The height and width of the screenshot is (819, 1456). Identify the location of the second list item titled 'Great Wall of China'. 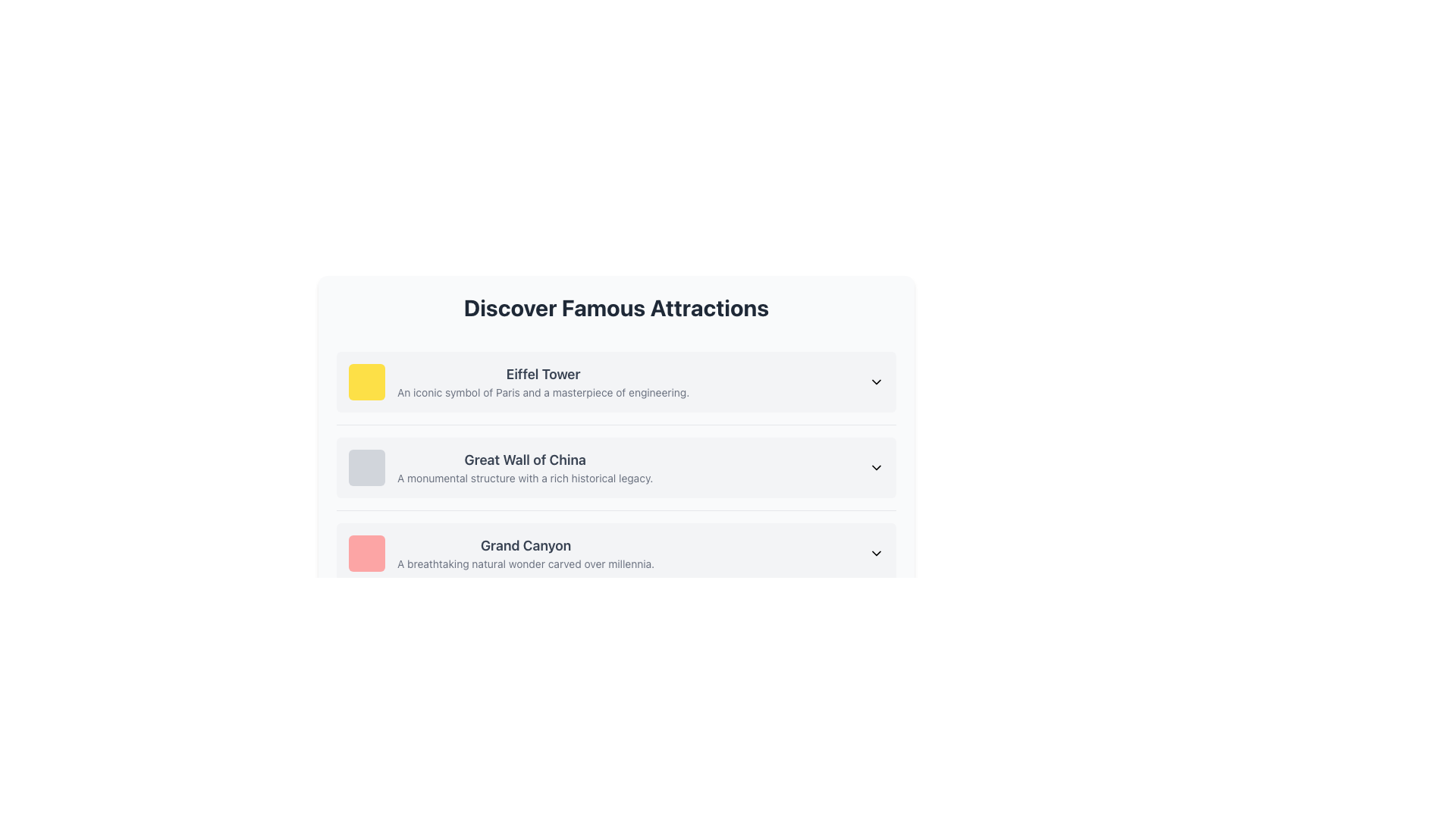
(616, 466).